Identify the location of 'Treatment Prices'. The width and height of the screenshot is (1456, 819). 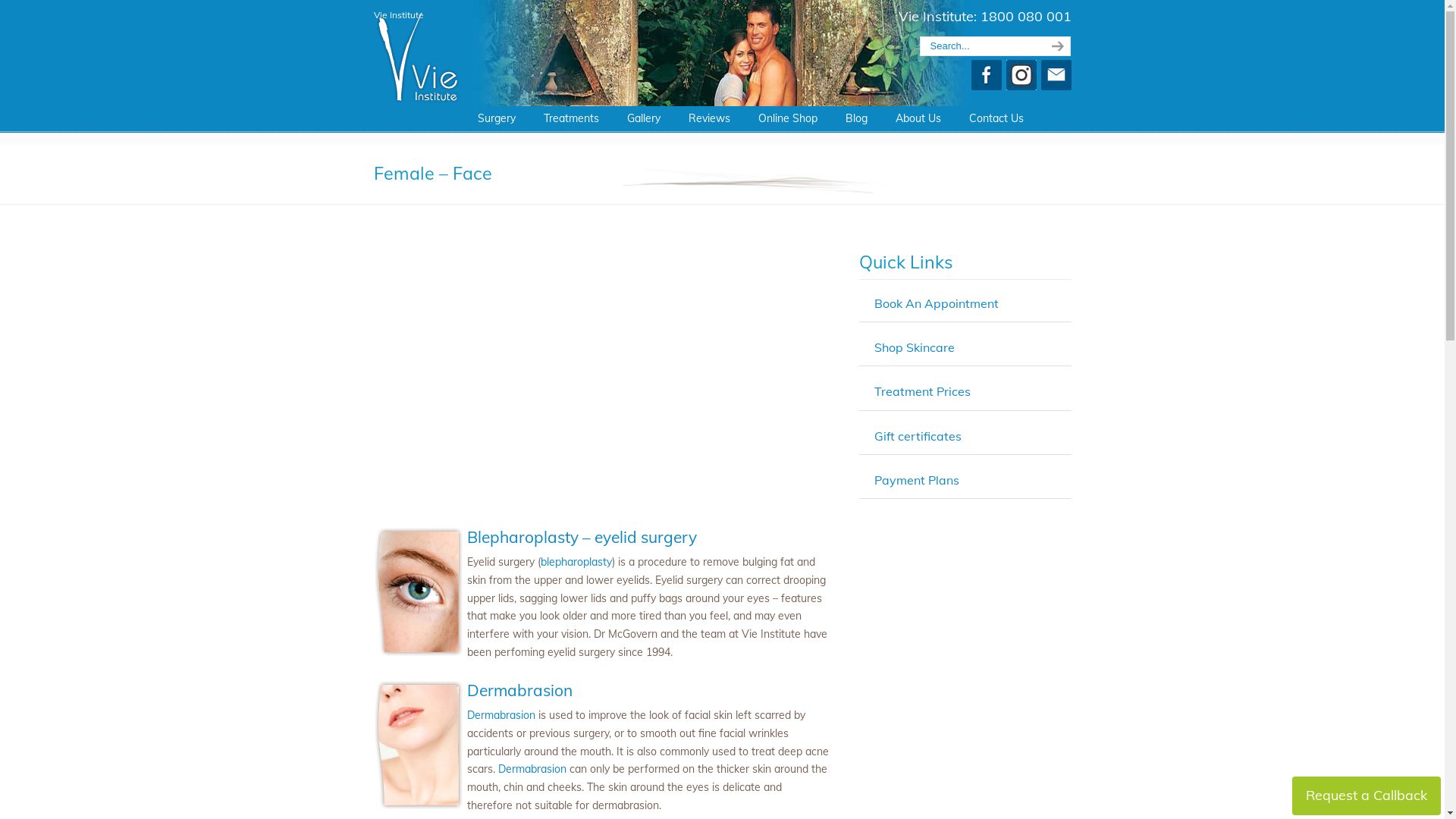
(874, 391).